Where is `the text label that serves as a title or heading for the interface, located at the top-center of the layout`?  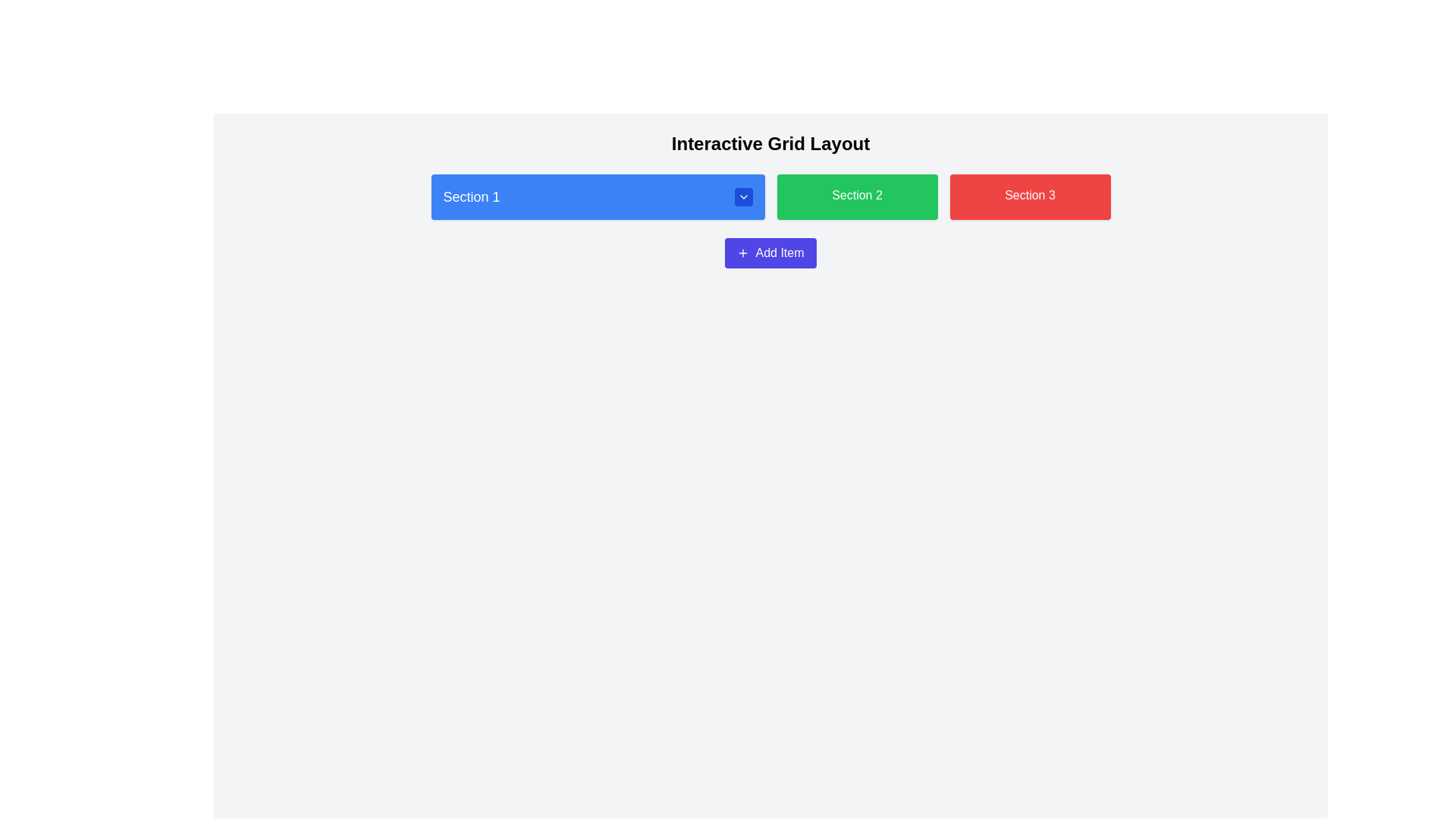 the text label that serves as a title or heading for the interface, located at the top-center of the layout is located at coordinates (770, 143).